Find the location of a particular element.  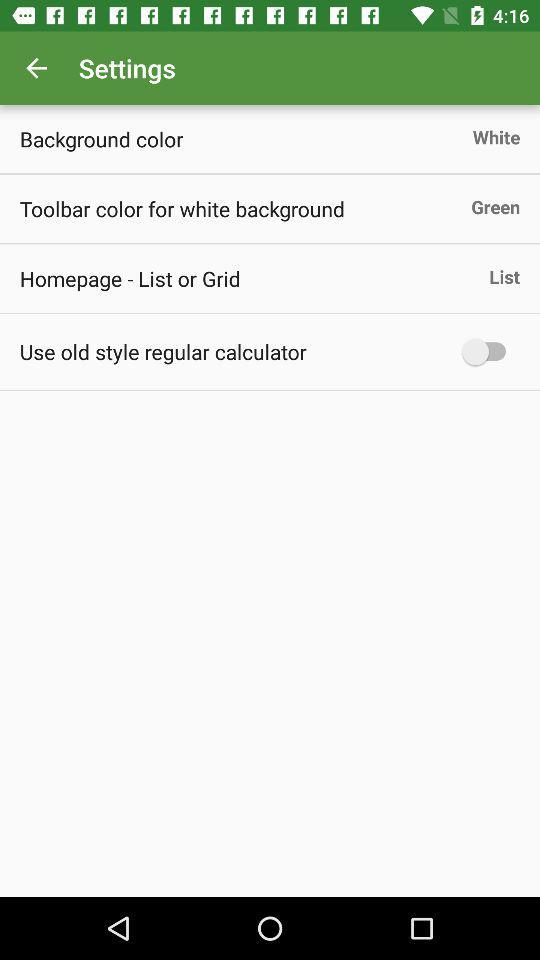

toolbar color for item is located at coordinates (182, 208).